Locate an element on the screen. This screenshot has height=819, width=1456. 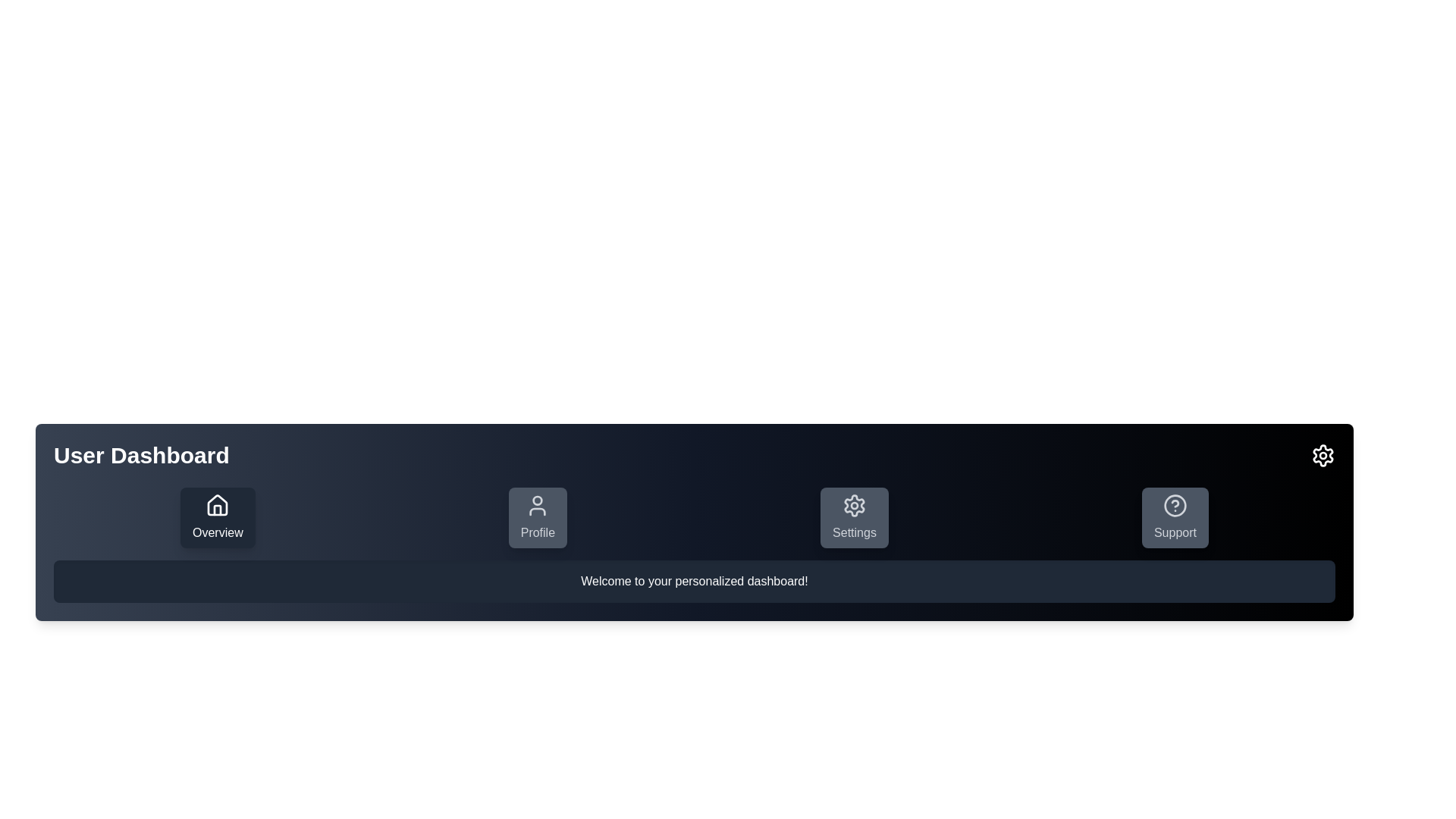
the settings icon located between the profile and support buttons on the dashboard is located at coordinates (855, 506).